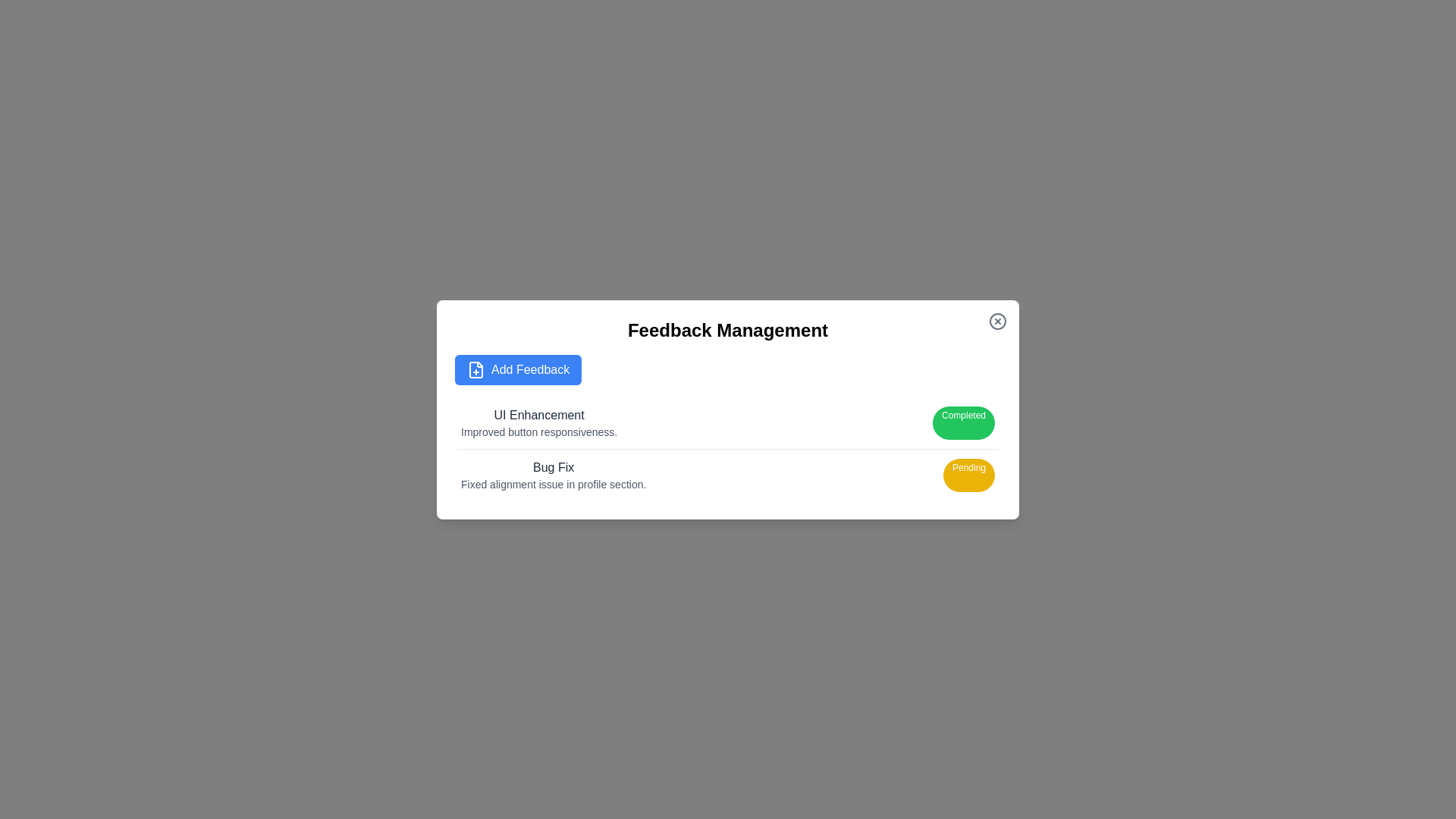  I want to click on the document icon with a plus sign, which is styled with a blue background and is located to the left of the 'Add Feedback' button text, positioned at the top of the feedback management interface, so click(475, 369).